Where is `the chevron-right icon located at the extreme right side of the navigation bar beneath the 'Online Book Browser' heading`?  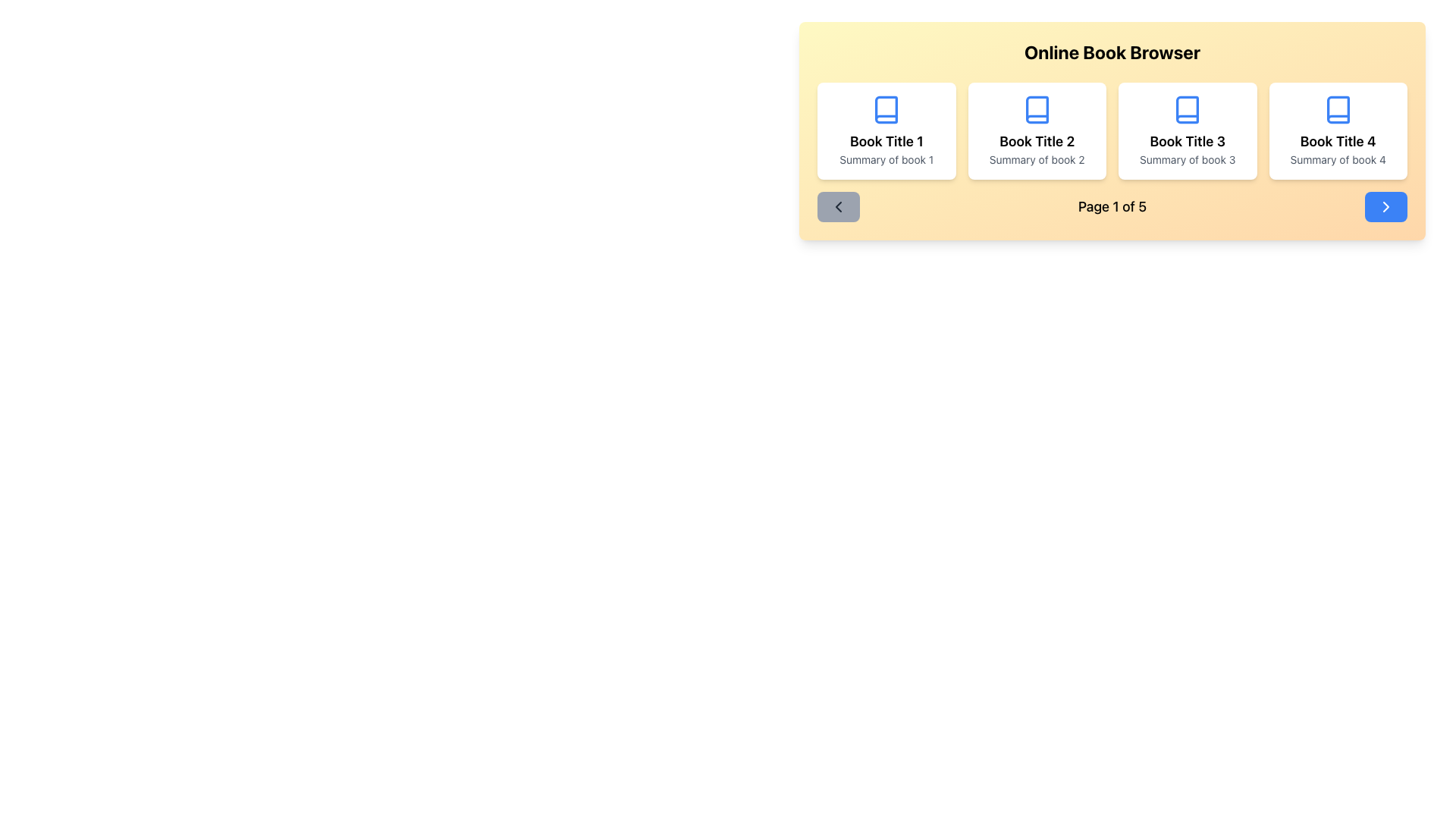
the chevron-right icon located at the extreme right side of the navigation bar beneath the 'Online Book Browser' heading is located at coordinates (1386, 207).